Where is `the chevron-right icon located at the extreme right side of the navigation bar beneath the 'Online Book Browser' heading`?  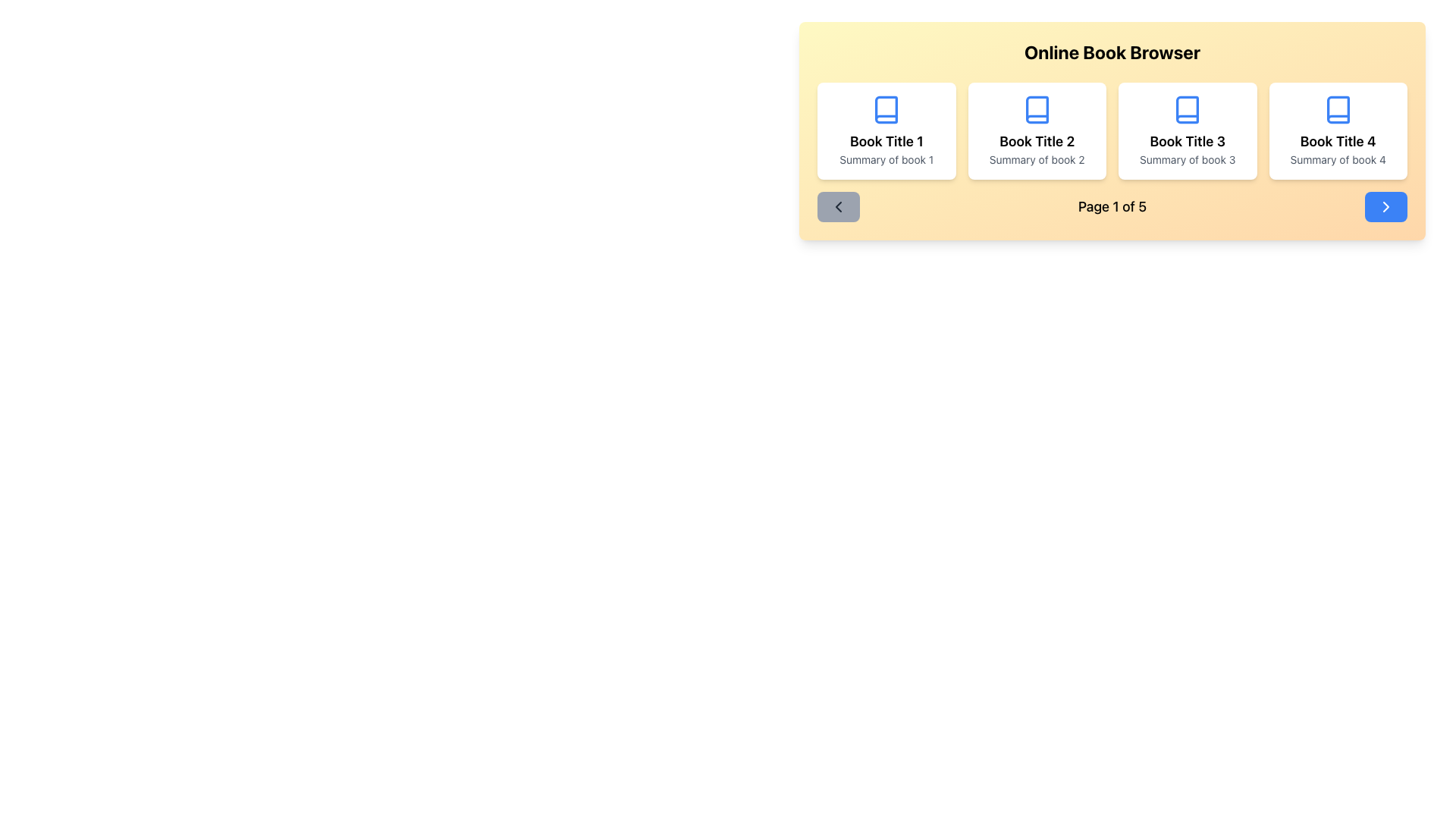
the chevron-right icon located at the extreme right side of the navigation bar beneath the 'Online Book Browser' heading is located at coordinates (1386, 207).